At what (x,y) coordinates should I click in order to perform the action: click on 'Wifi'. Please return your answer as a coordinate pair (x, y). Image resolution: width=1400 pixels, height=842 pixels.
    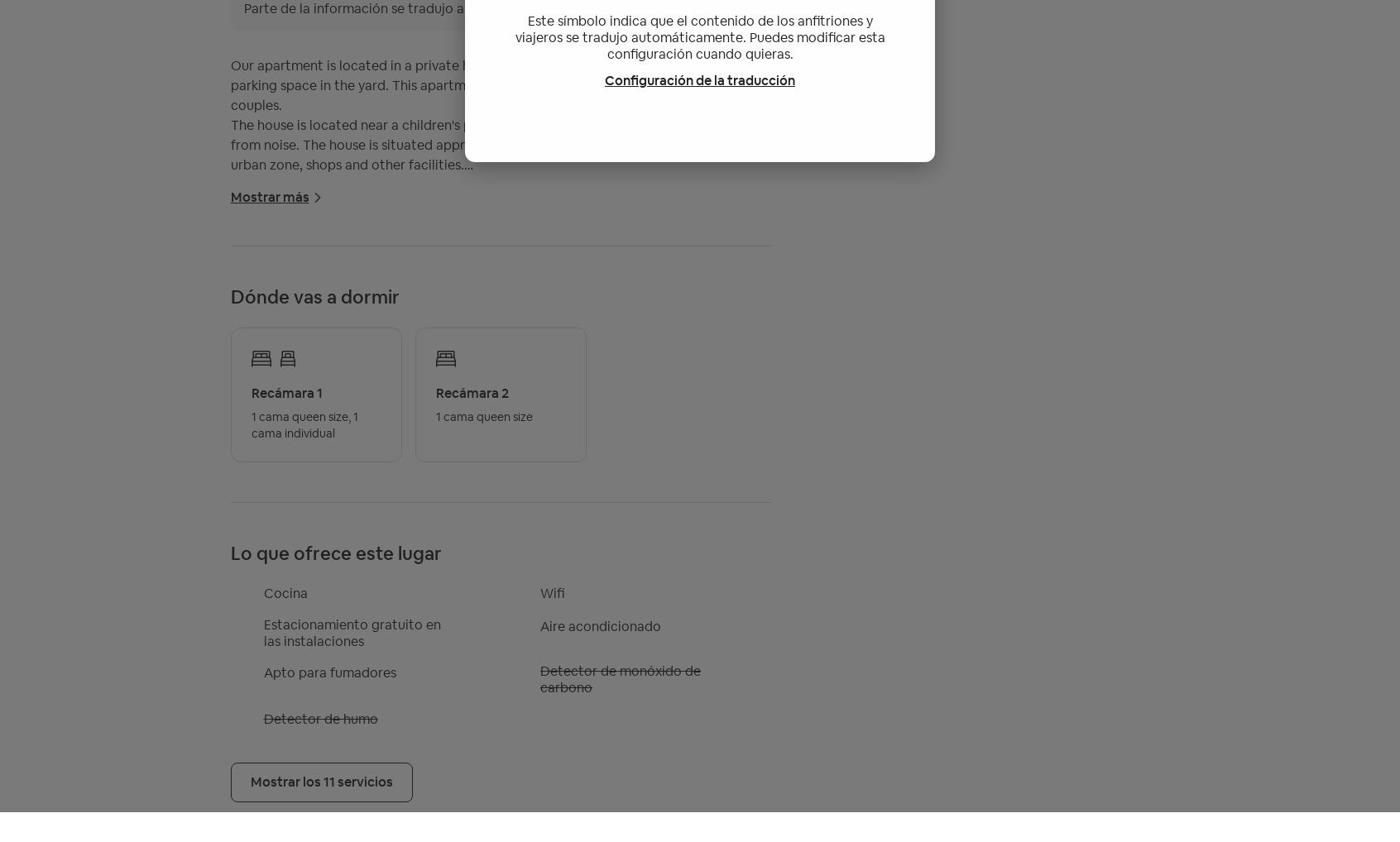
    Looking at the image, I should click on (552, 592).